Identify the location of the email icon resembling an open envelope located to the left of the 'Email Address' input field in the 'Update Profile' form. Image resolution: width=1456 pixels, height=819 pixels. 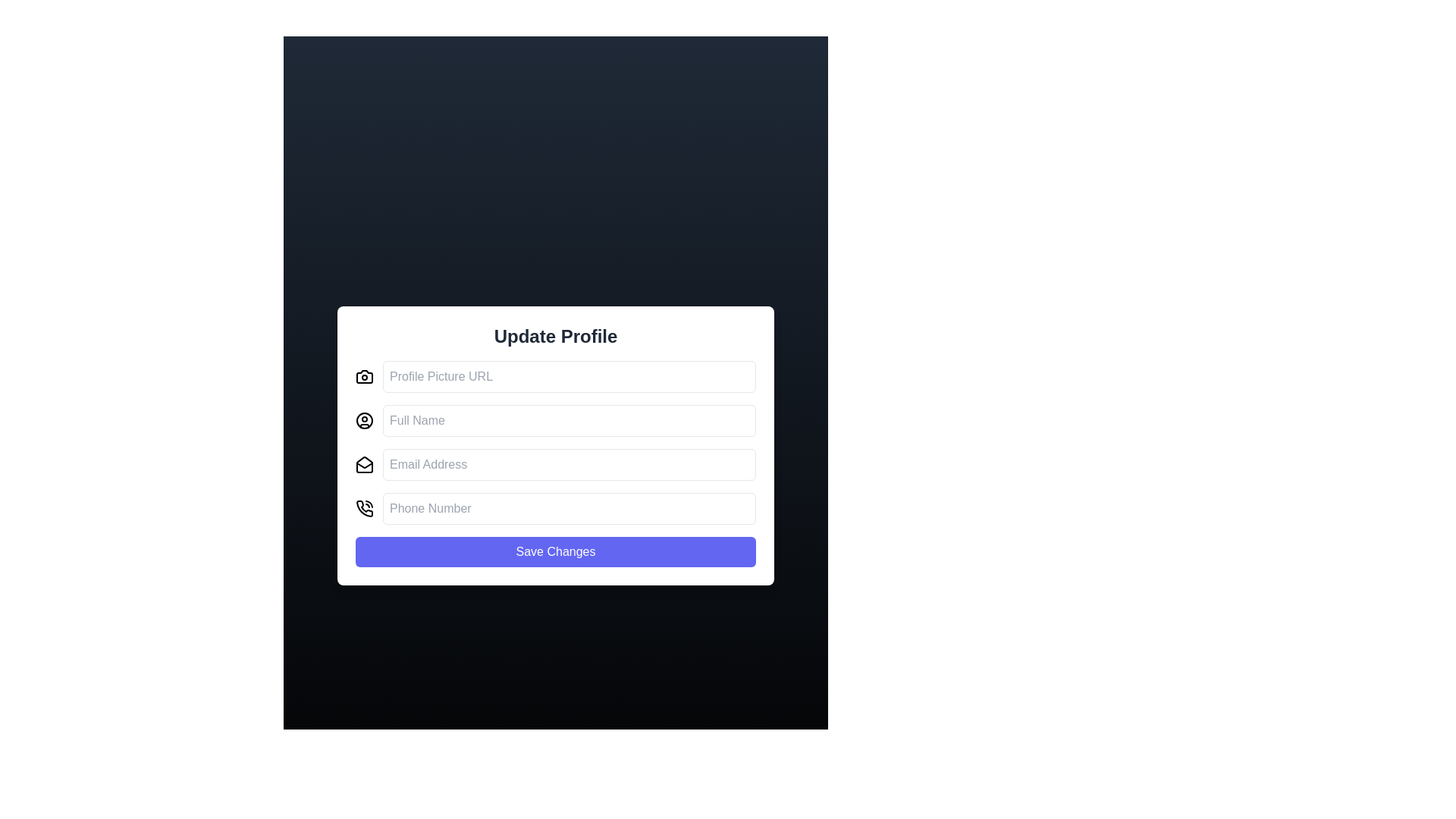
(364, 464).